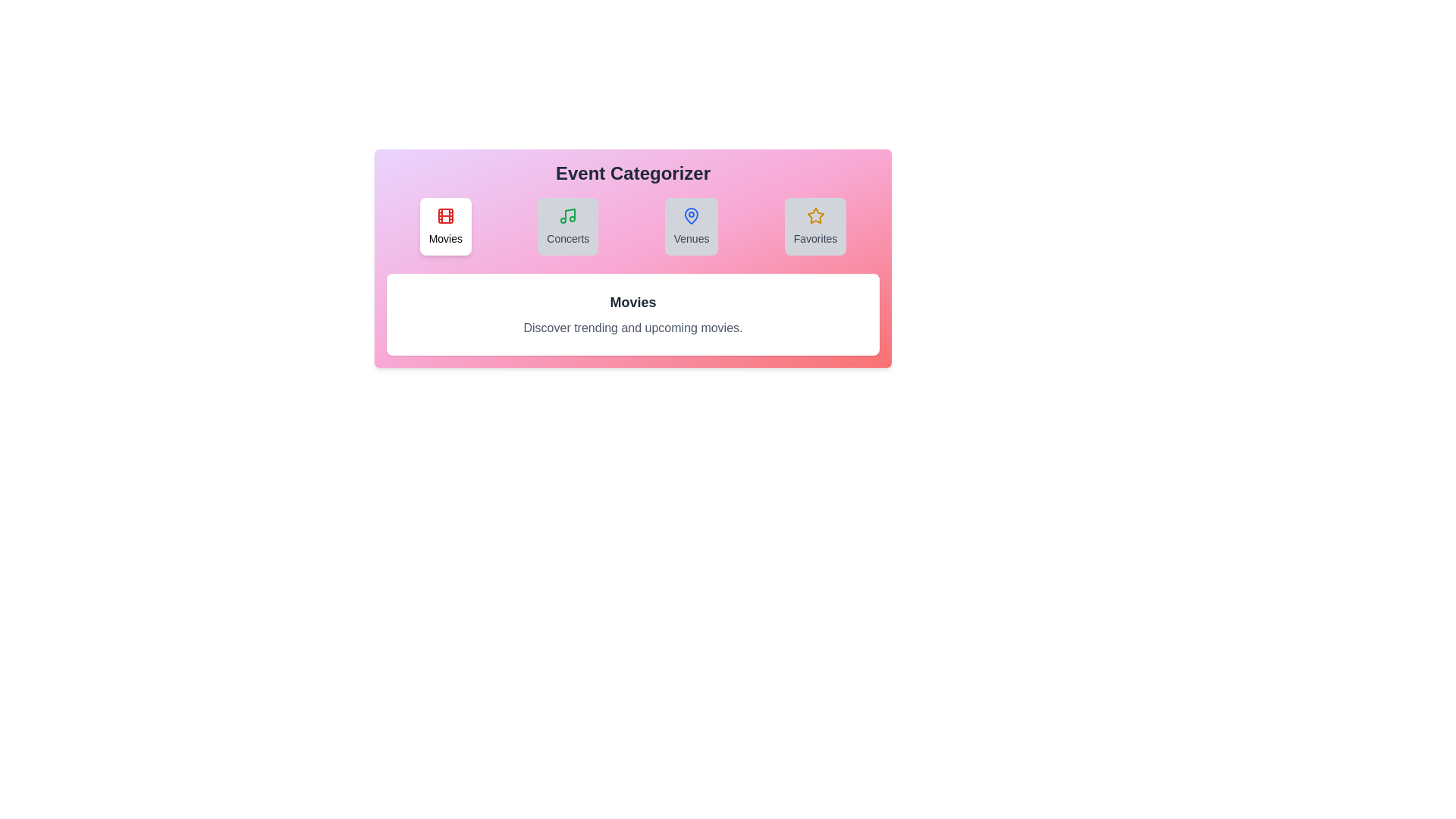 This screenshot has height=819, width=1456. Describe the element at coordinates (567, 227) in the screenshot. I see `the Concerts tab` at that location.